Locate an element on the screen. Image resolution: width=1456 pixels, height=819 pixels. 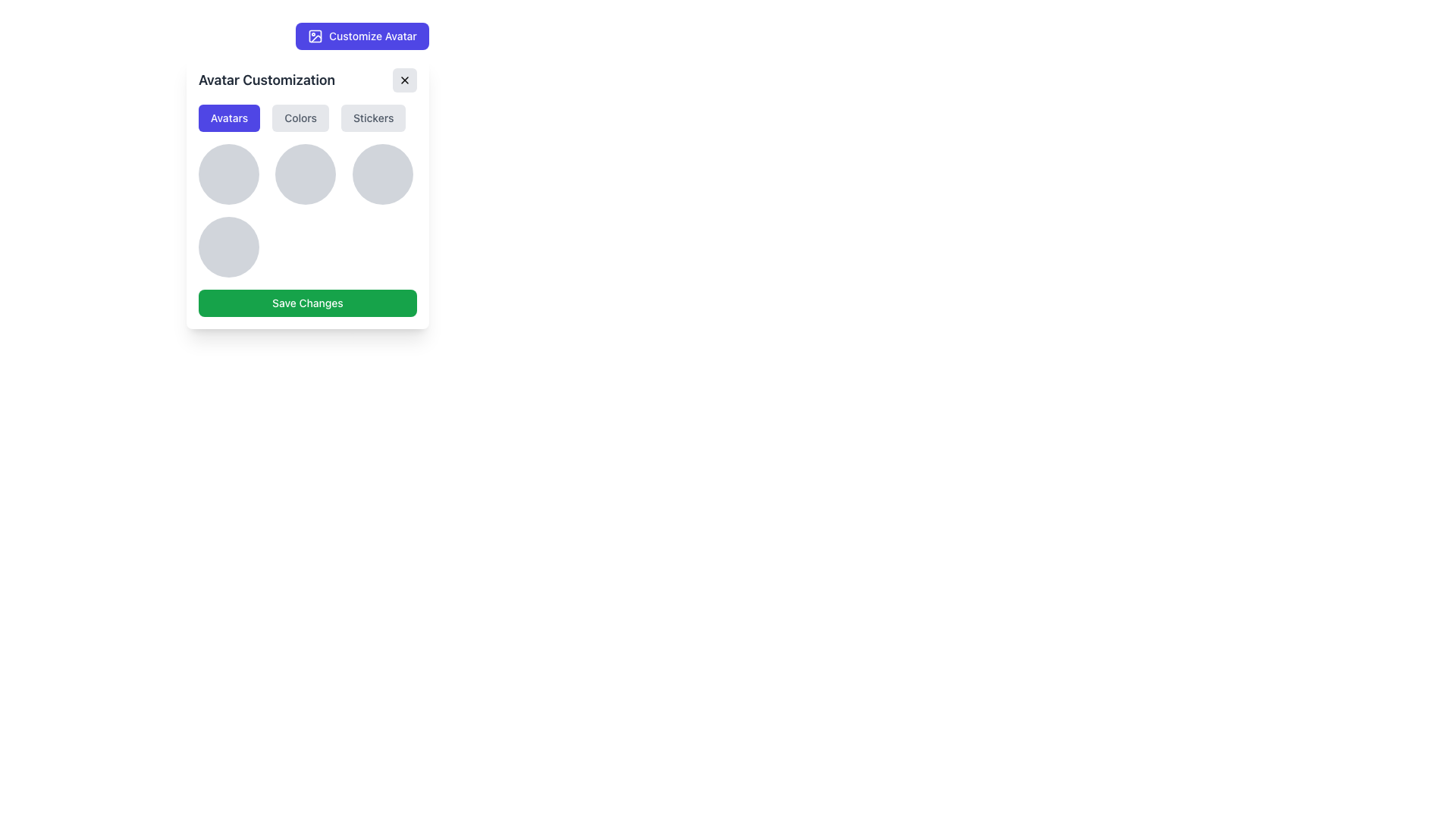
the 'Avatars' button, which is the first button in a customization modal with a purple background and white text is located at coordinates (228, 117).